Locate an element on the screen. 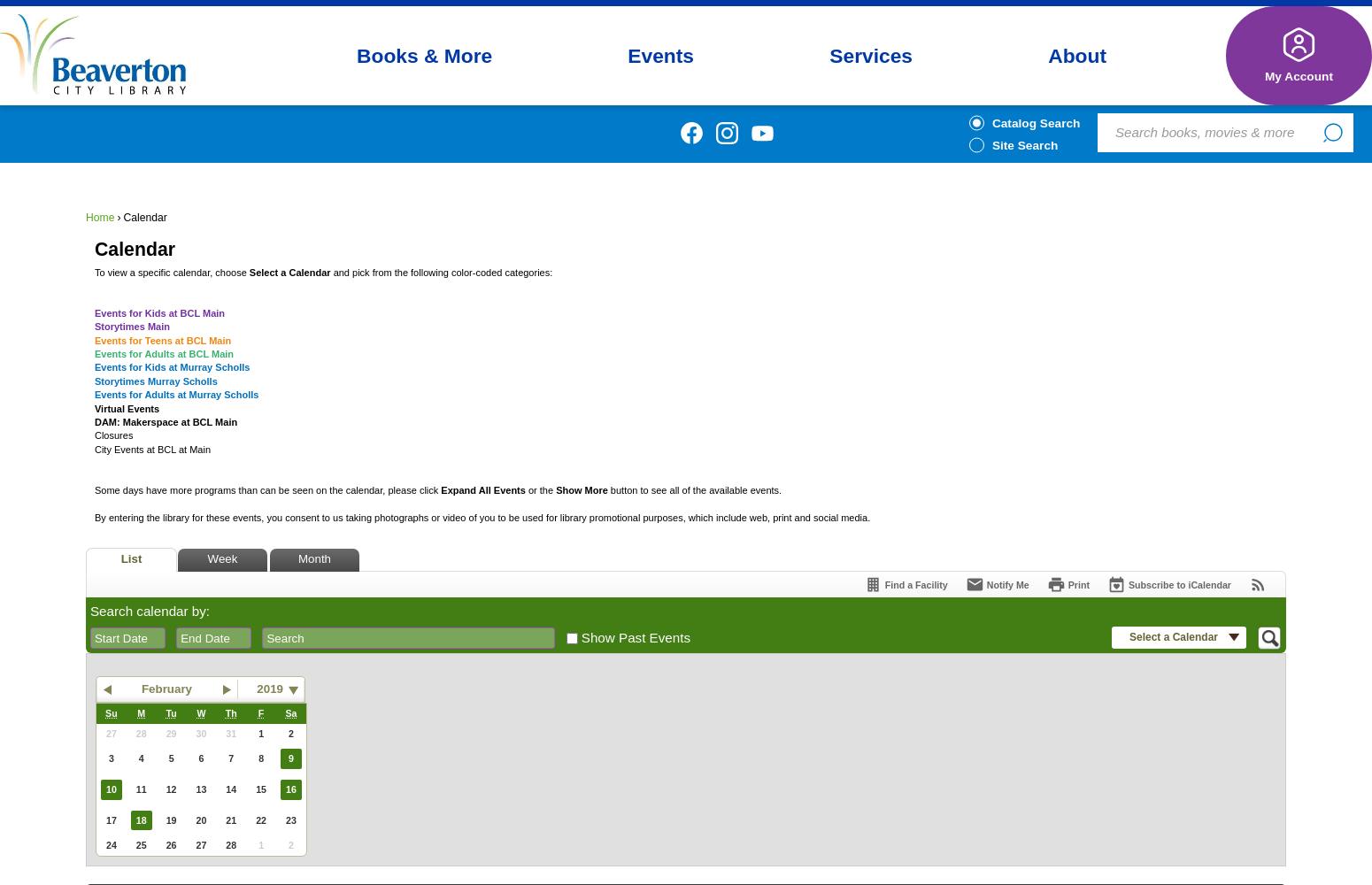  '17' is located at coordinates (110, 820).